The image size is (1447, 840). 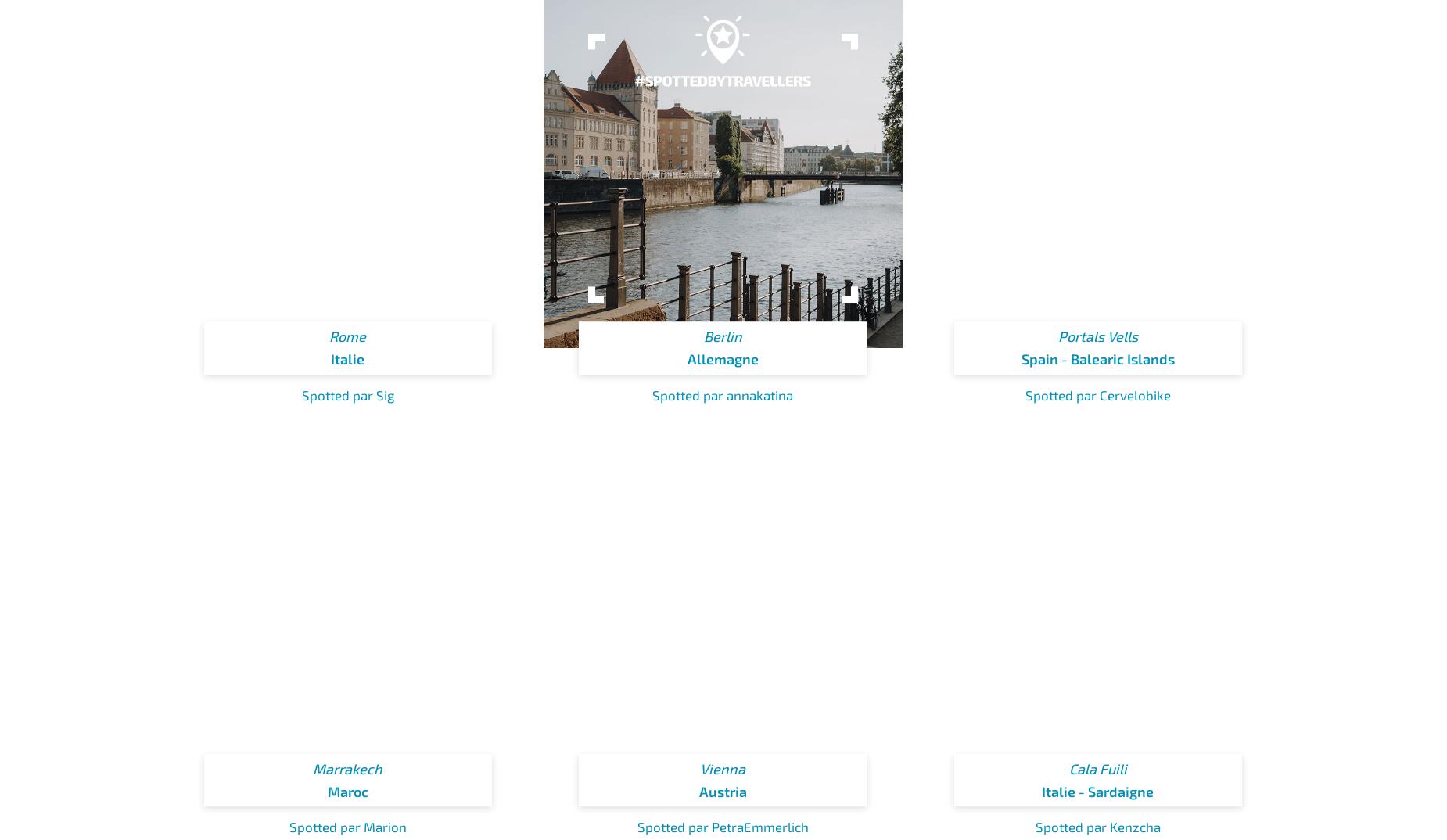 What do you see at coordinates (311, 768) in the screenshot?
I see `'Marrakech'` at bounding box center [311, 768].